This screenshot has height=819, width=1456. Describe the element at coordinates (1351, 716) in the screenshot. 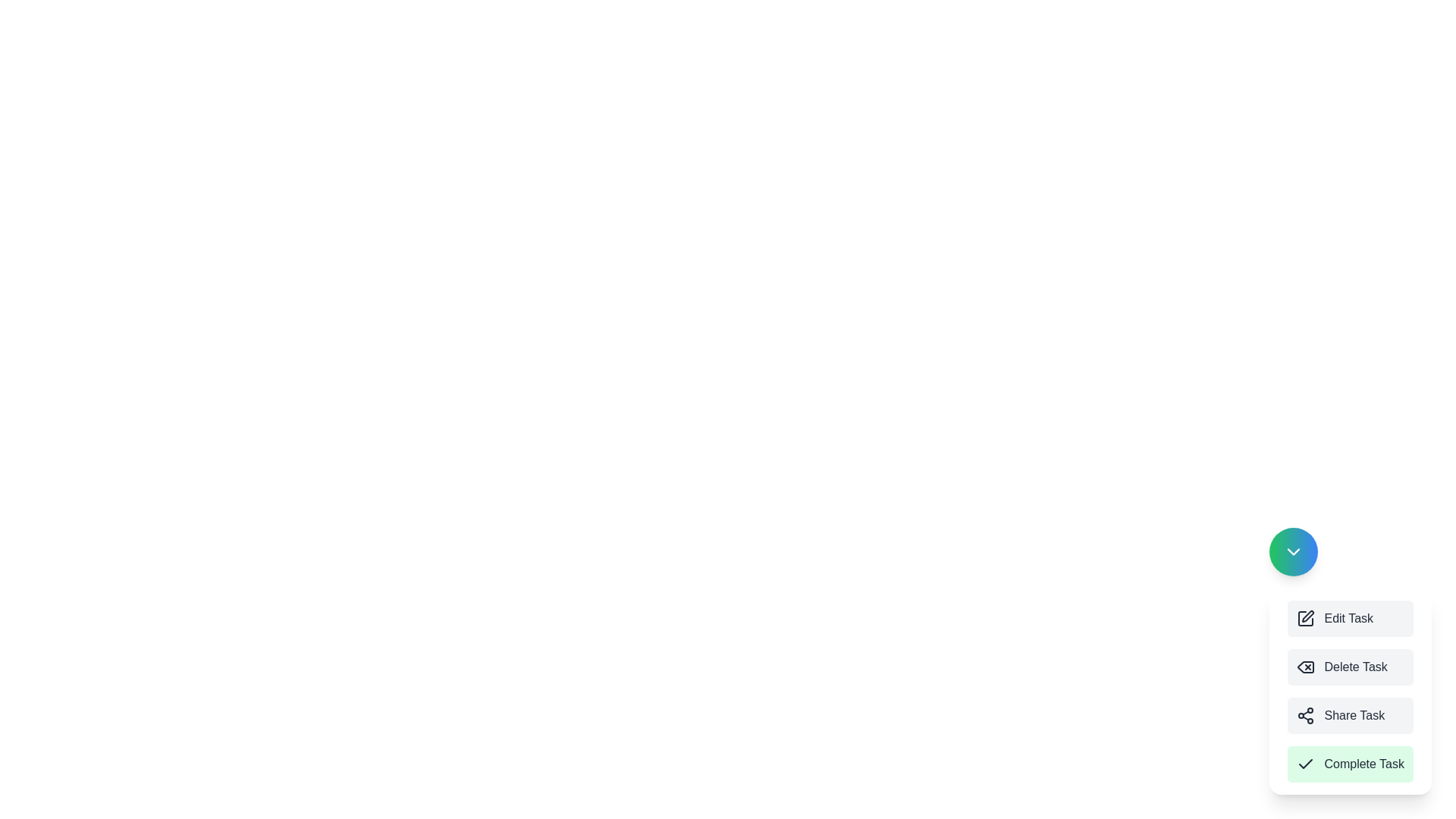

I see `the button labeled Share Task to observe the hover effect` at that location.